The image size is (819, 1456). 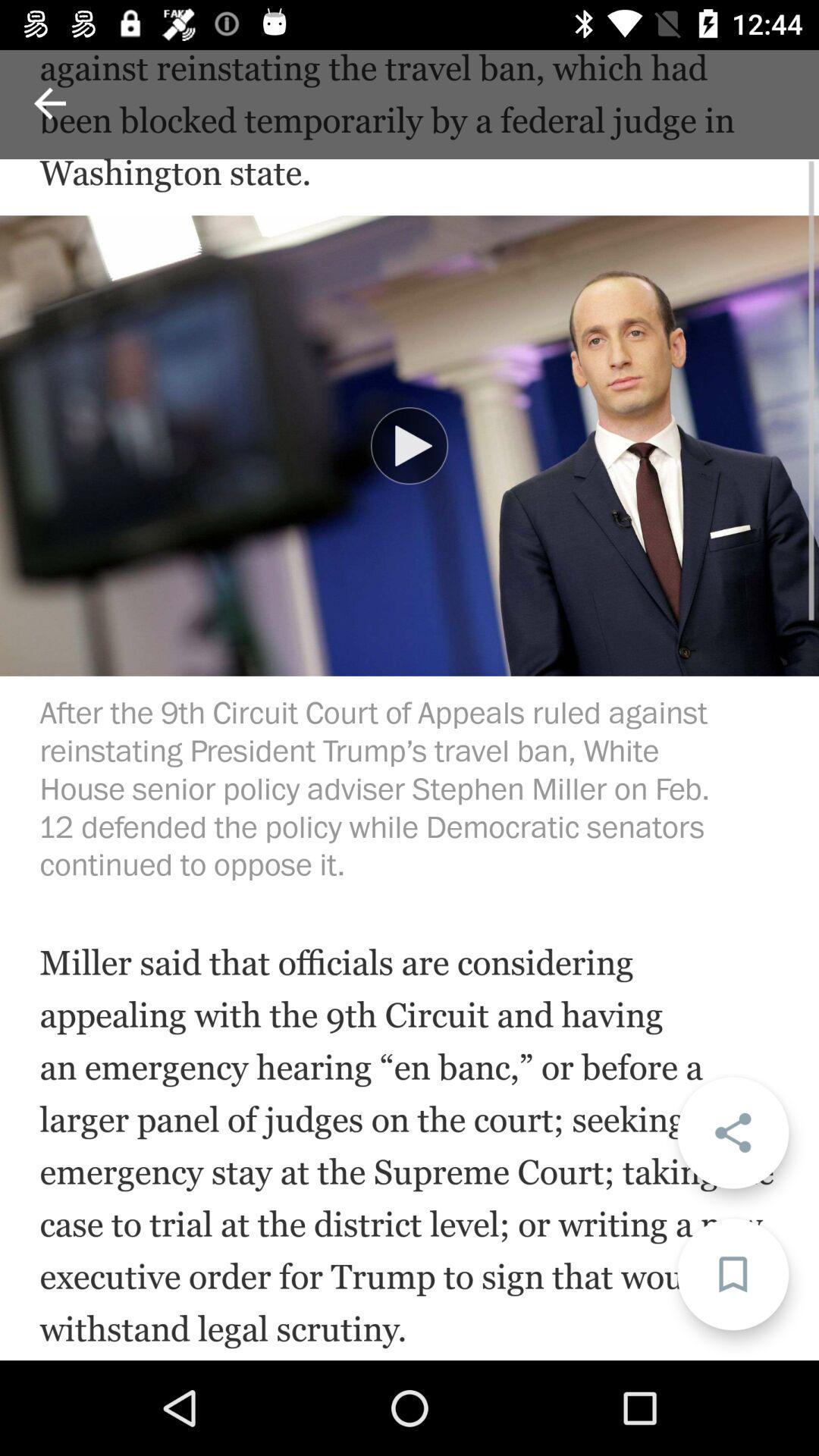 What do you see at coordinates (732, 1132) in the screenshot?
I see `the app below the after the 9th icon` at bounding box center [732, 1132].